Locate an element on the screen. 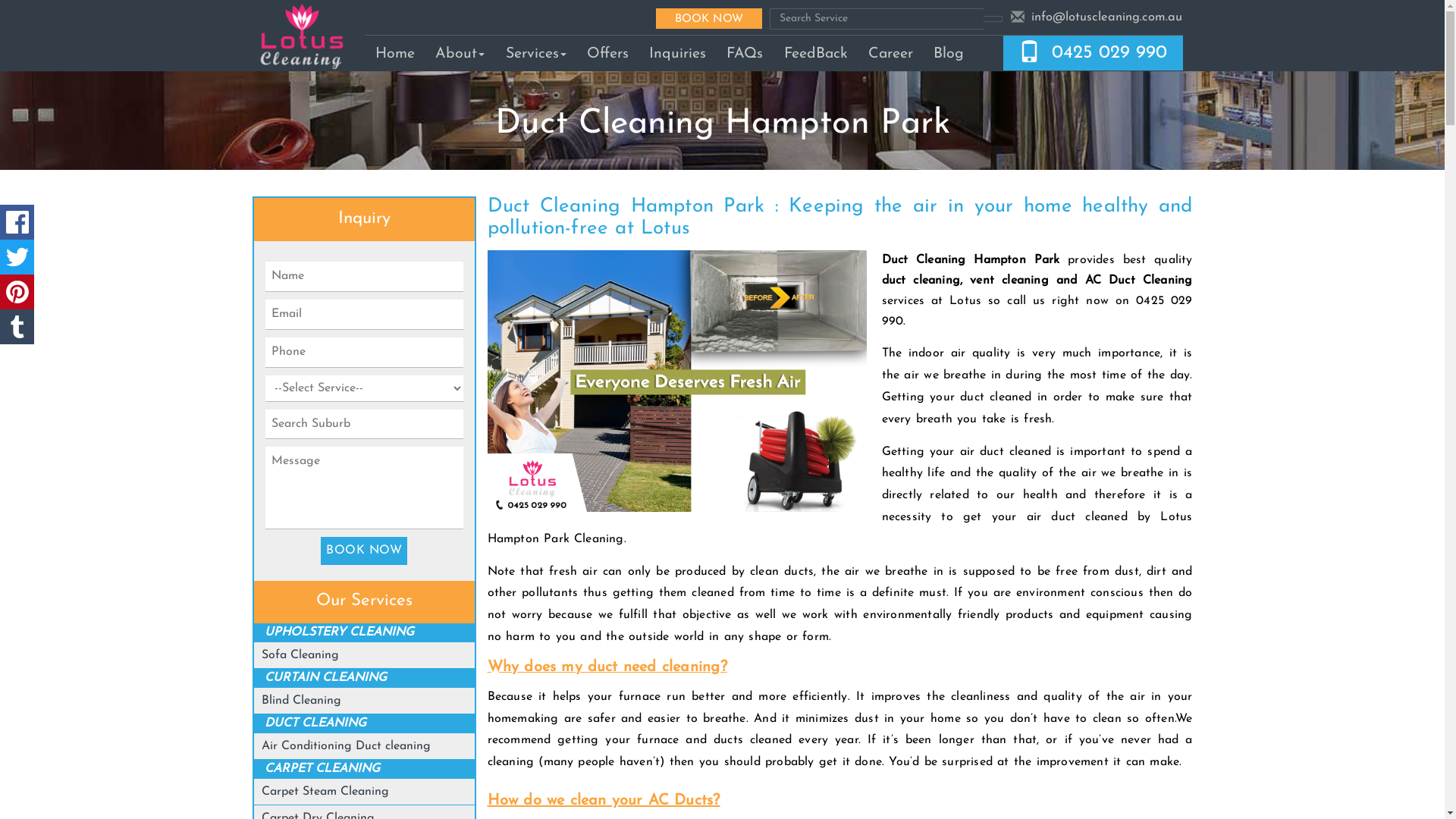 This screenshot has width=1456, height=819. 'Carpet Steam Cleaning' is located at coordinates (324, 791).